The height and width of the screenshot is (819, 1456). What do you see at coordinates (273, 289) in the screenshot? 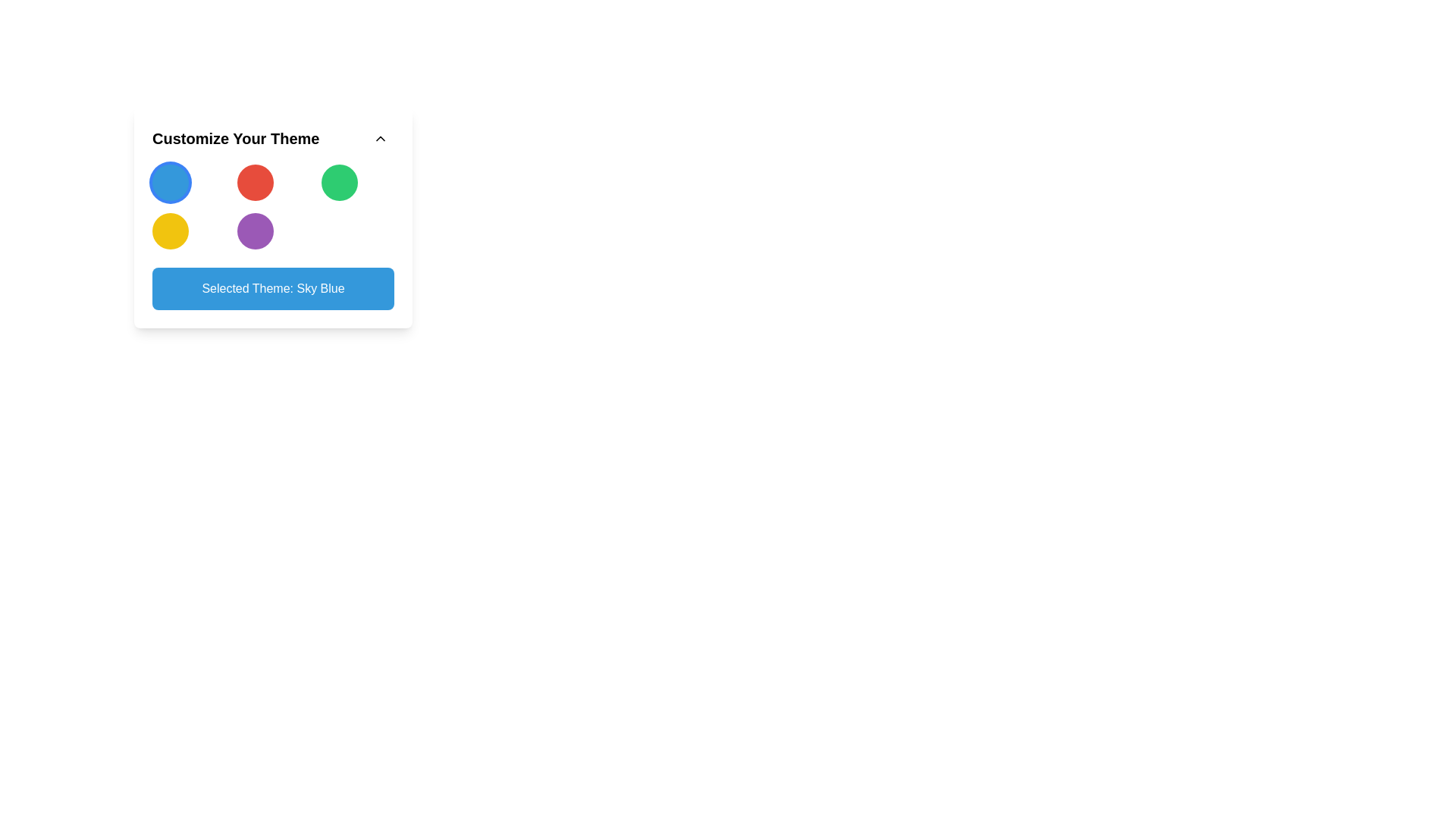
I see `the theme selection label that indicates the currently selected theme, located at the bottom of the thematic selection panel` at bounding box center [273, 289].